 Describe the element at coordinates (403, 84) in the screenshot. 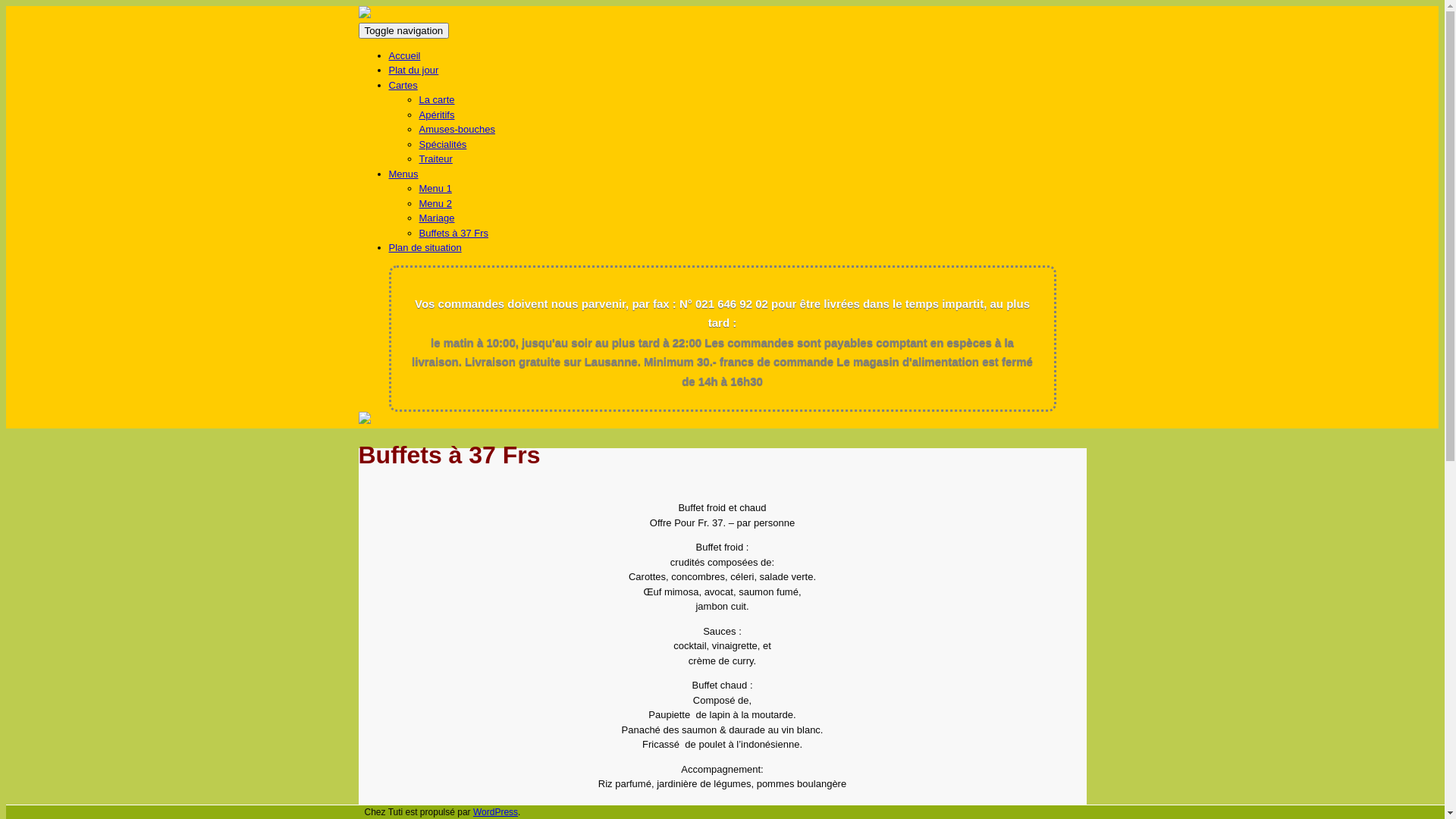

I see `'Cartes'` at that location.